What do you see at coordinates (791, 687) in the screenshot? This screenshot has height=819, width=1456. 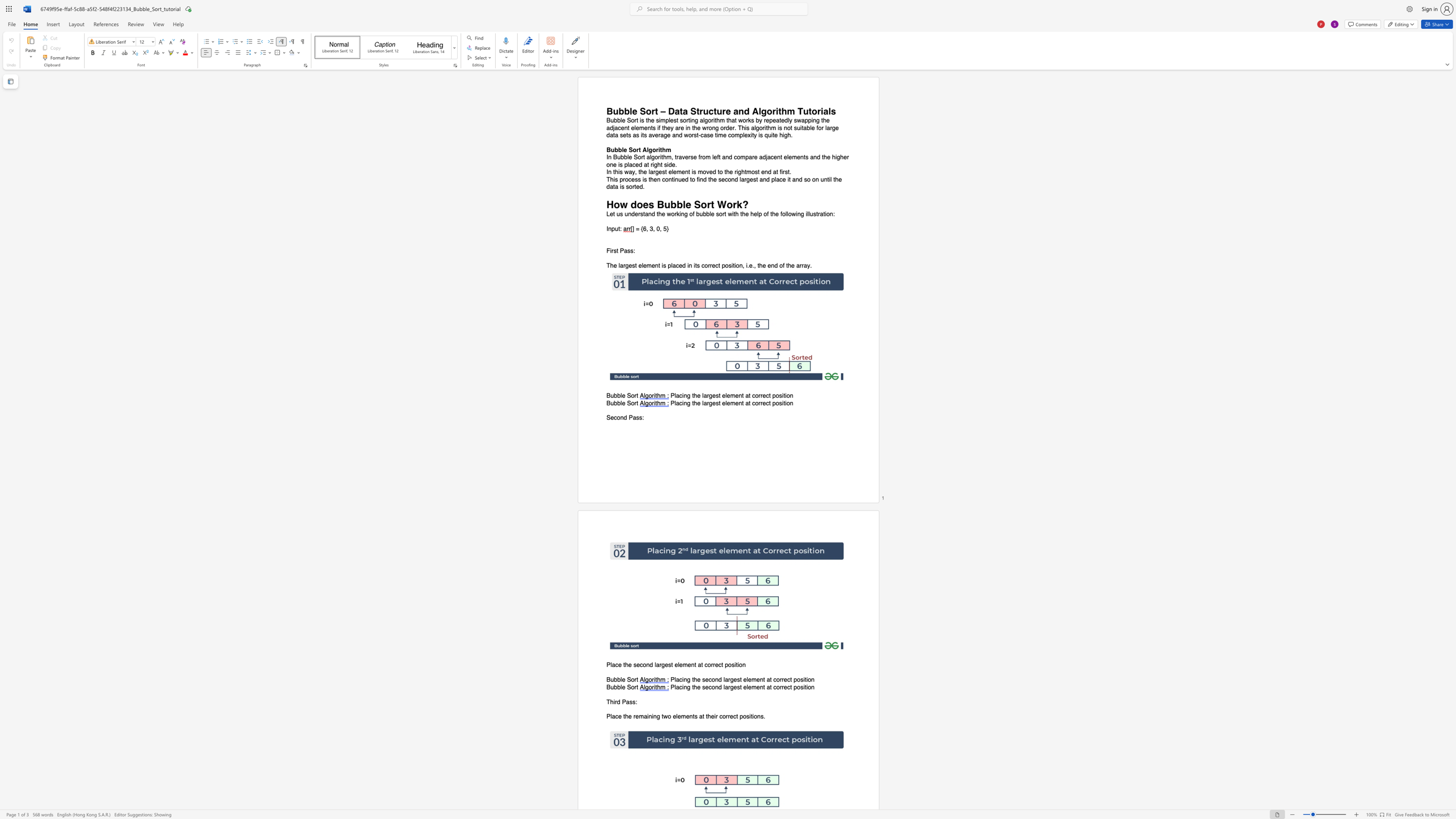 I see `the 5th character "t" in the text` at bounding box center [791, 687].